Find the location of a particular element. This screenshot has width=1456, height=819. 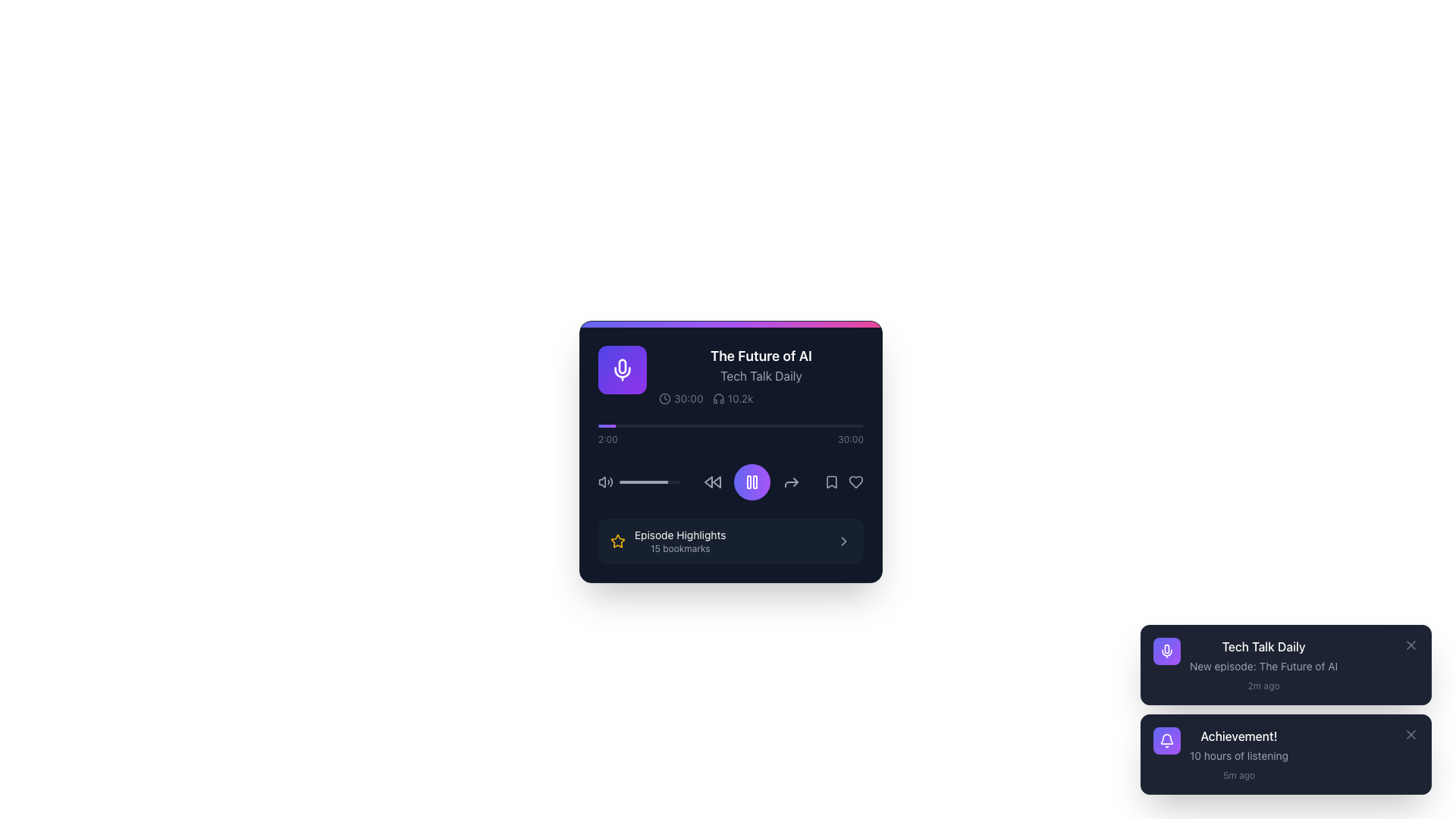

the decorative audio icon located in the top-left section of the UI that represents the podcast titled 'The Future of AI' is located at coordinates (622, 366).